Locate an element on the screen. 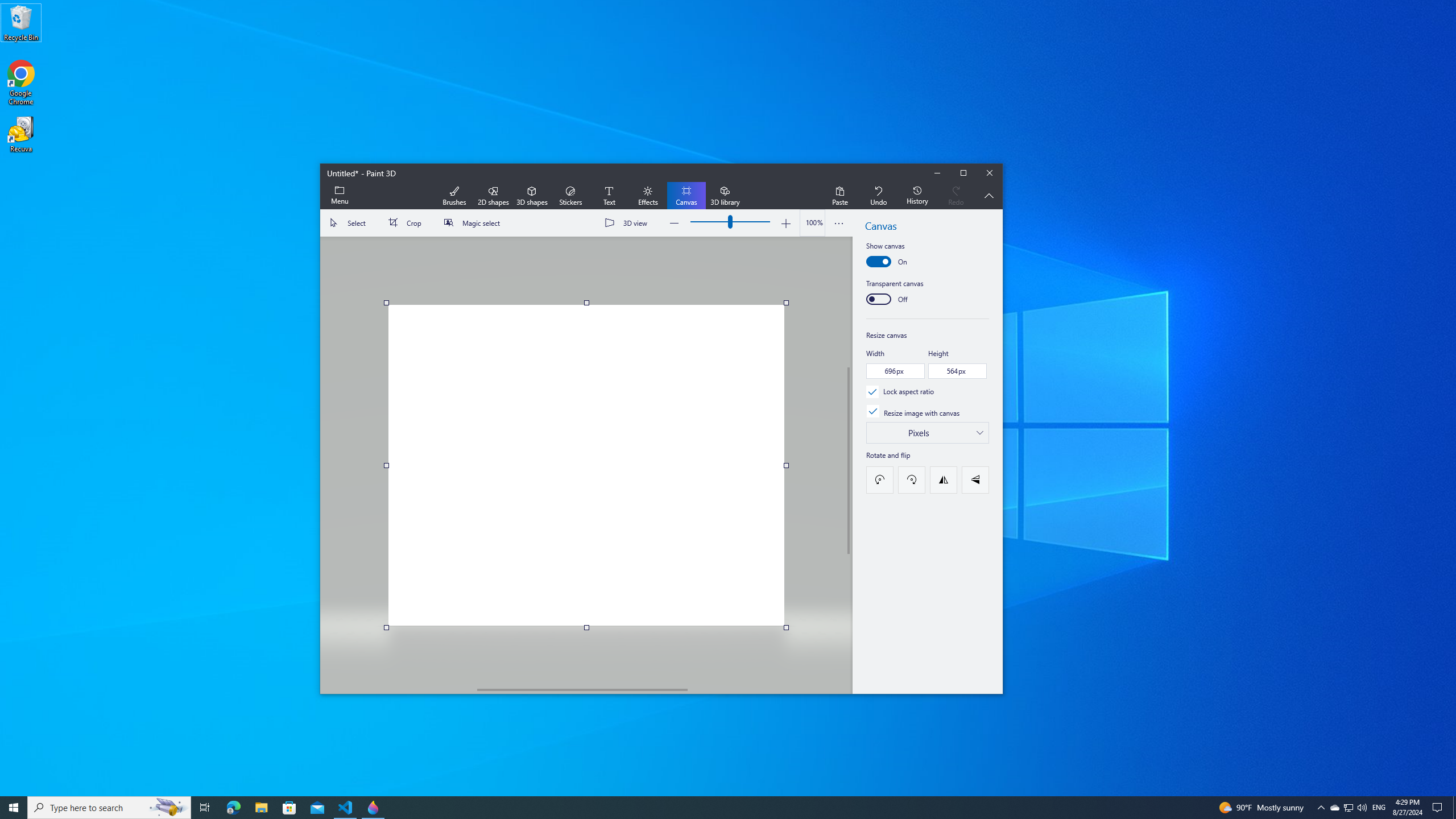 Image resolution: width=1456 pixels, height=819 pixels. 'Start' is located at coordinates (14, 806).